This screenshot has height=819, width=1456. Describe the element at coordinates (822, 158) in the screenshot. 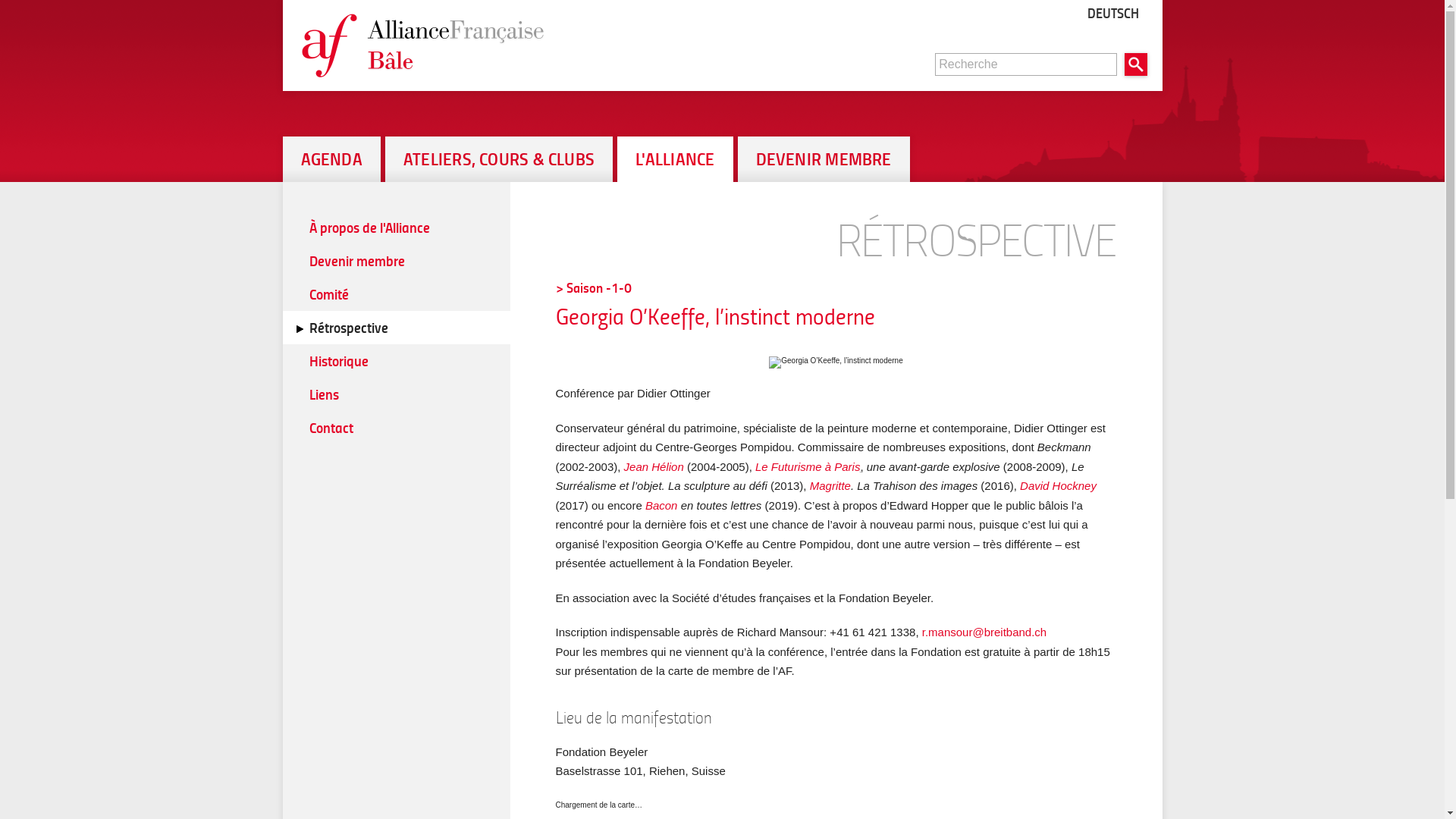

I see `'DEVENIR MEMBRE'` at that location.